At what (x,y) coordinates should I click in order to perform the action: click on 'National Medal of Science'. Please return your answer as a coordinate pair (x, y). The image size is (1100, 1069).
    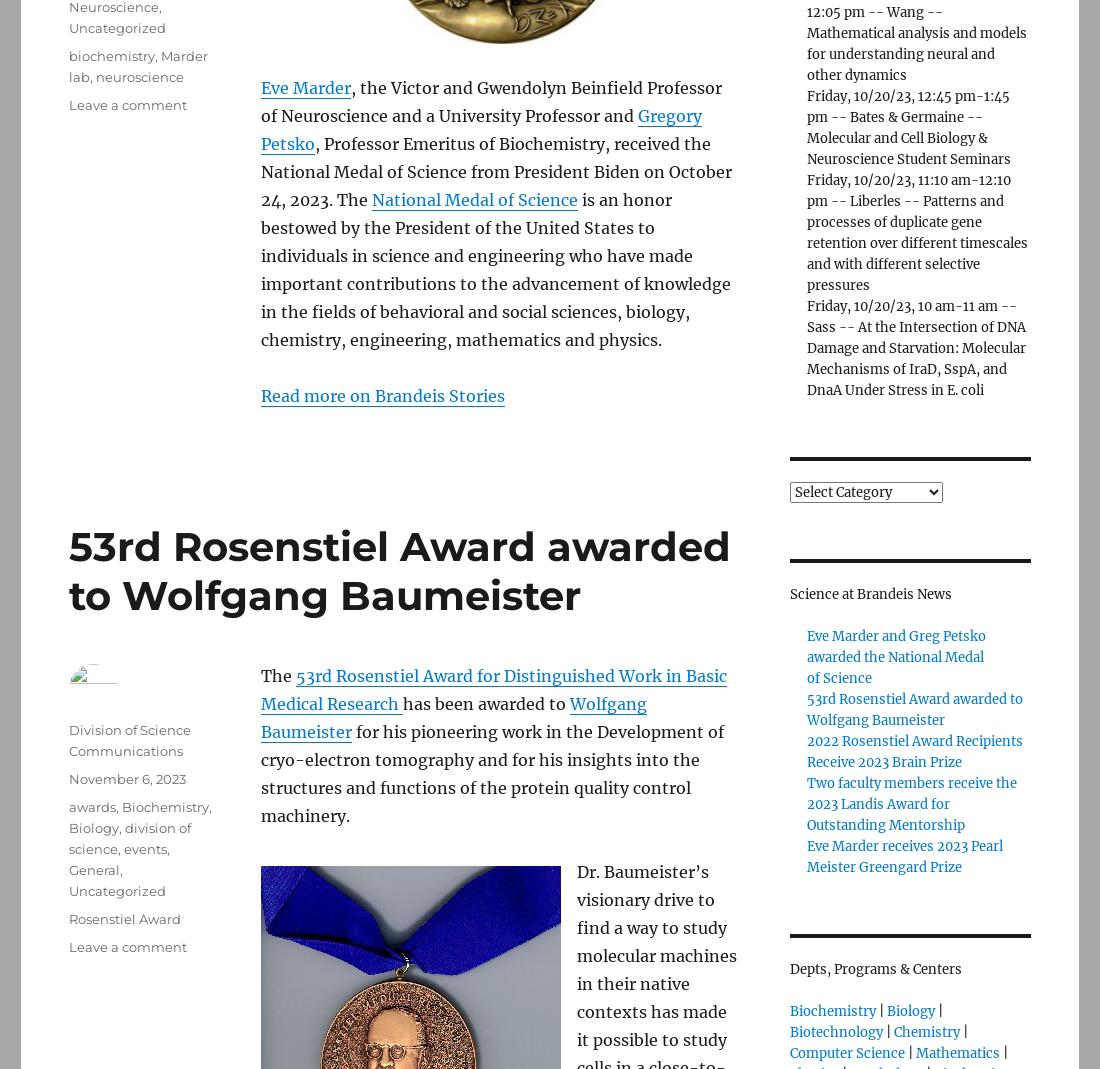
    Looking at the image, I should click on (473, 200).